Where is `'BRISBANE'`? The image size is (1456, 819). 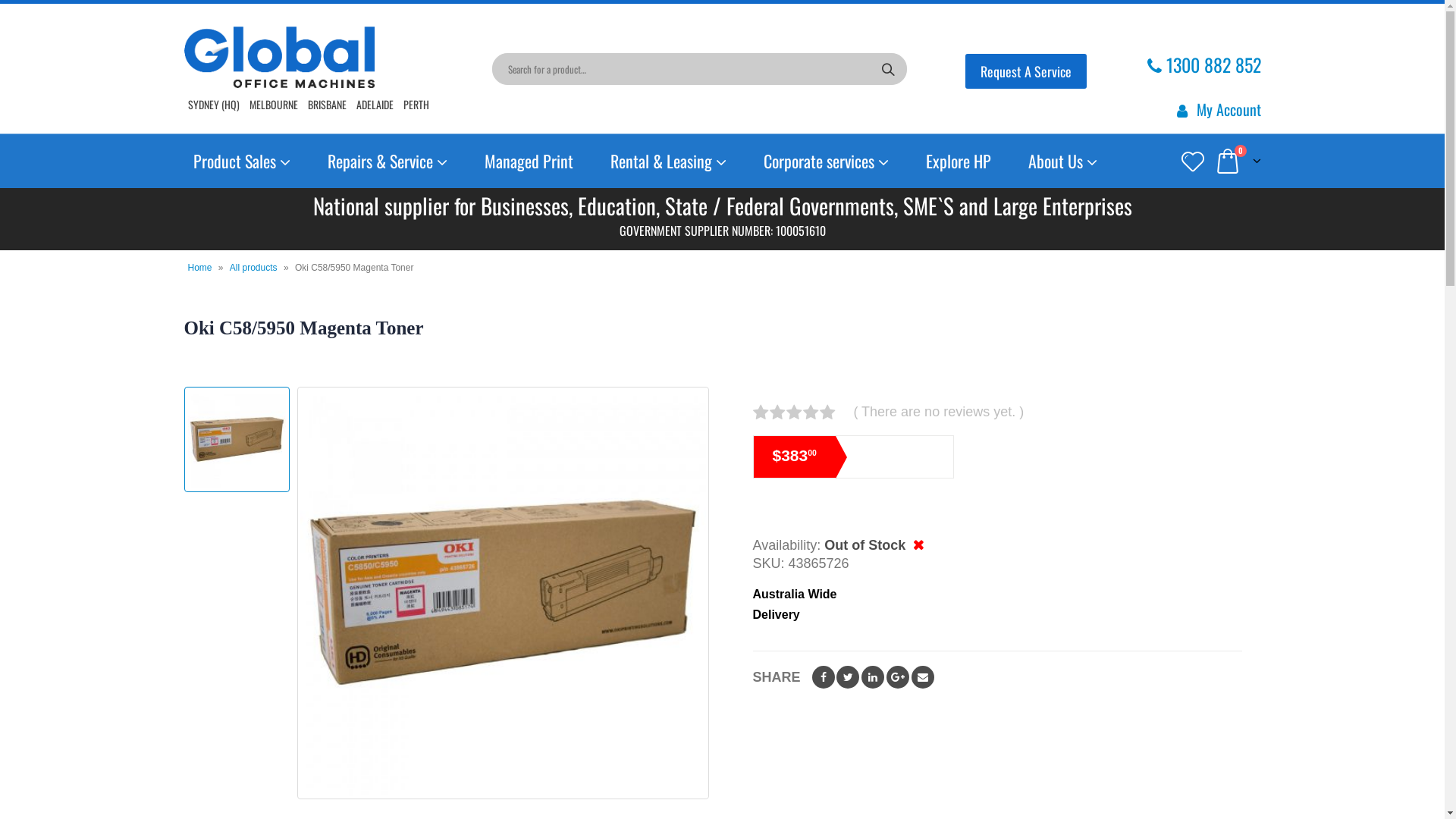
'BRISBANE' is located at coordinates (326, 103).